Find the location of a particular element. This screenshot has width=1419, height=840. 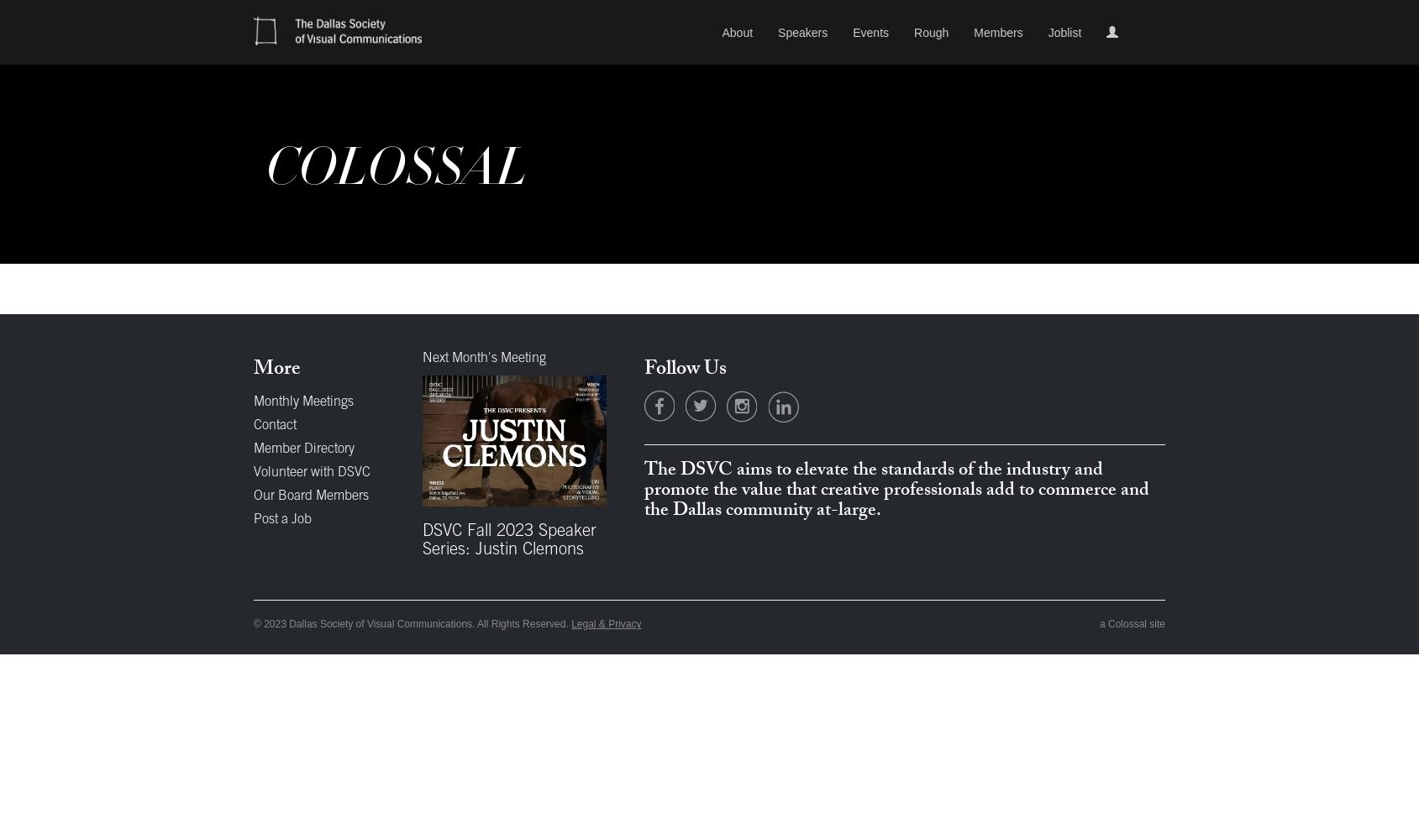

'Member Directory' is located at coordinates (303, 449).